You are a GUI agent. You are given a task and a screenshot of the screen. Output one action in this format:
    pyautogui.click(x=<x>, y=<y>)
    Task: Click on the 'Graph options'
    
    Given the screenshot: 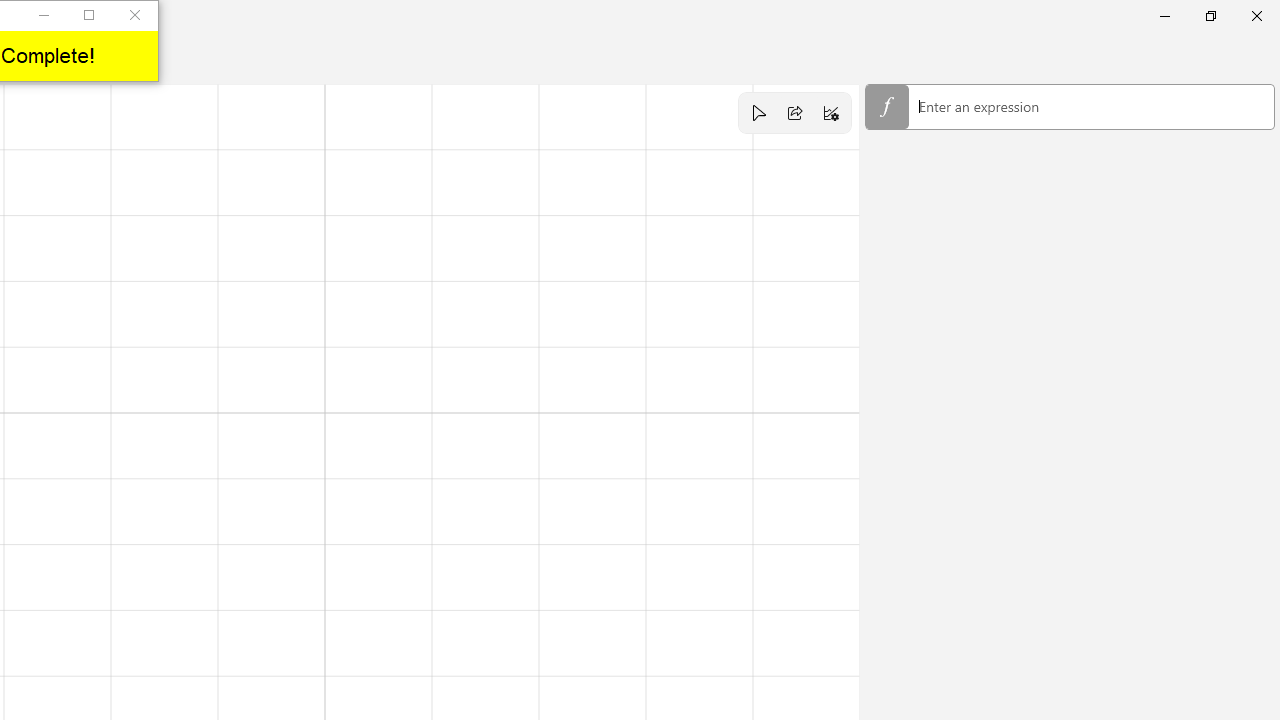 What is the action you would take?
    pyautogui.click(x=831, y=113)
    